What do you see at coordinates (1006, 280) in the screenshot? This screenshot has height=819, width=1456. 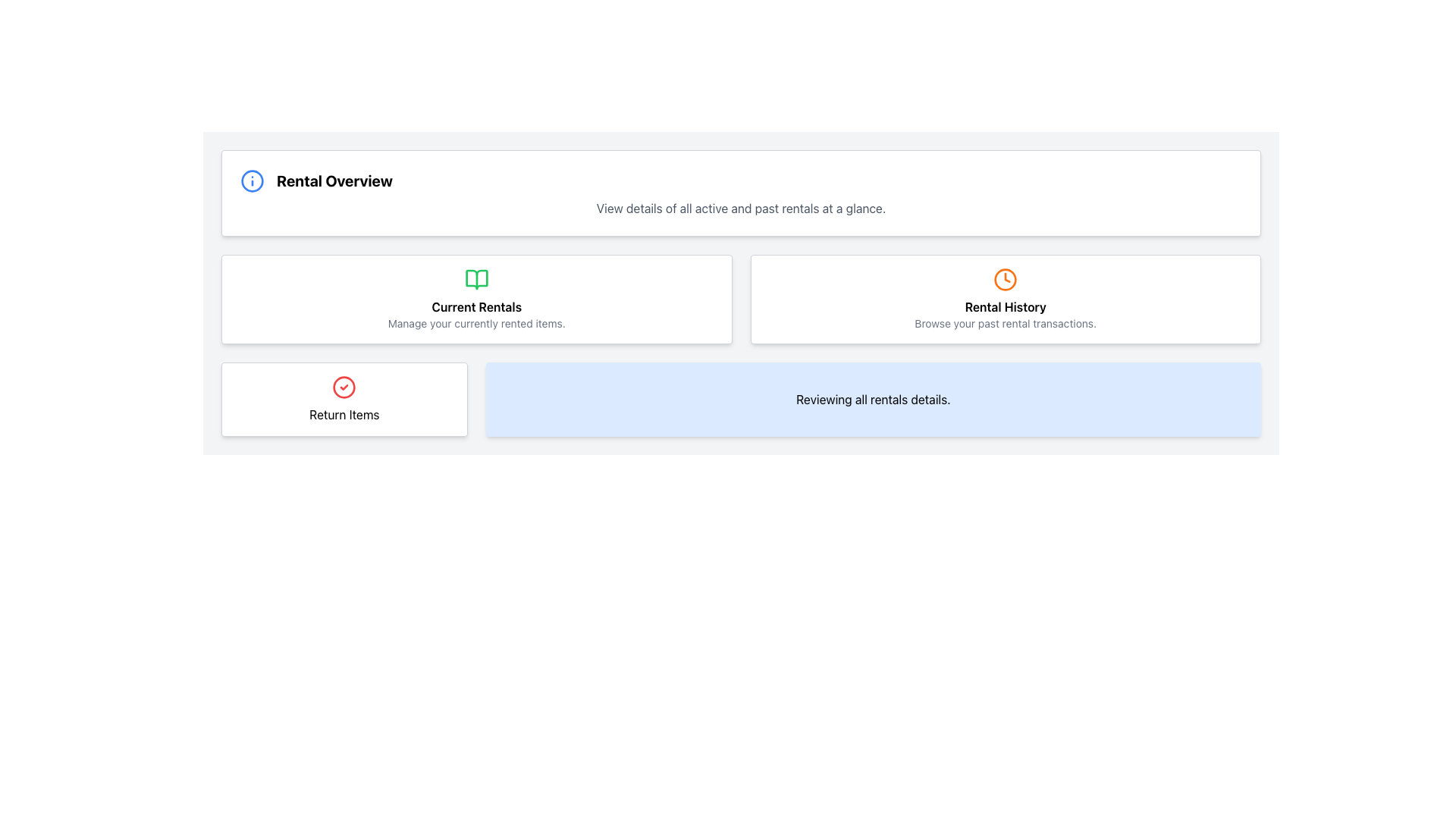 I see `the rental history icon located on the right side of the middle row of cards, above the 'Rental History' heading` at bounding box center [1006, 280].